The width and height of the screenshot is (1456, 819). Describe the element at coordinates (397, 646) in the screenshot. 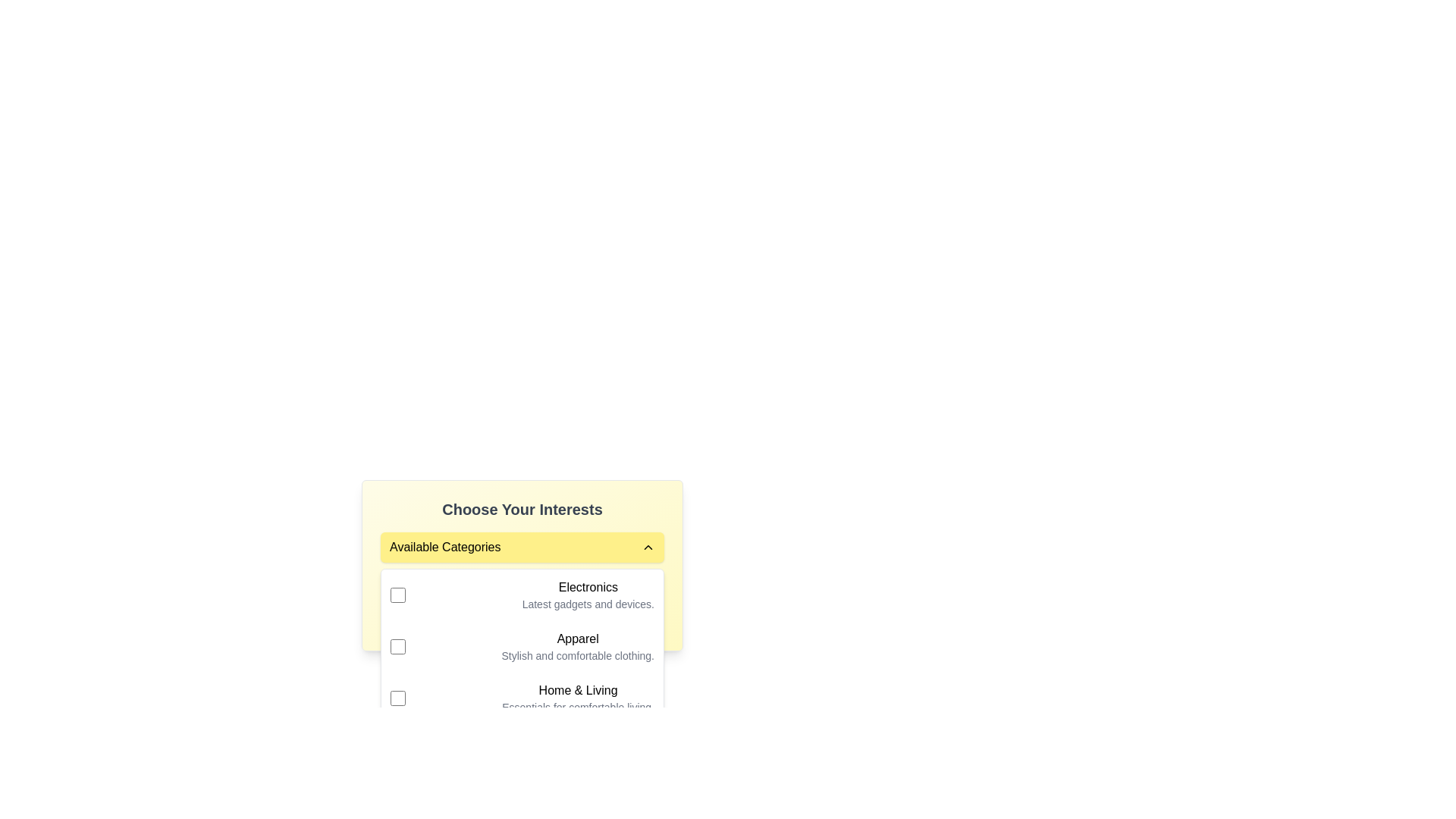

I see `the checkbox located` at that location.